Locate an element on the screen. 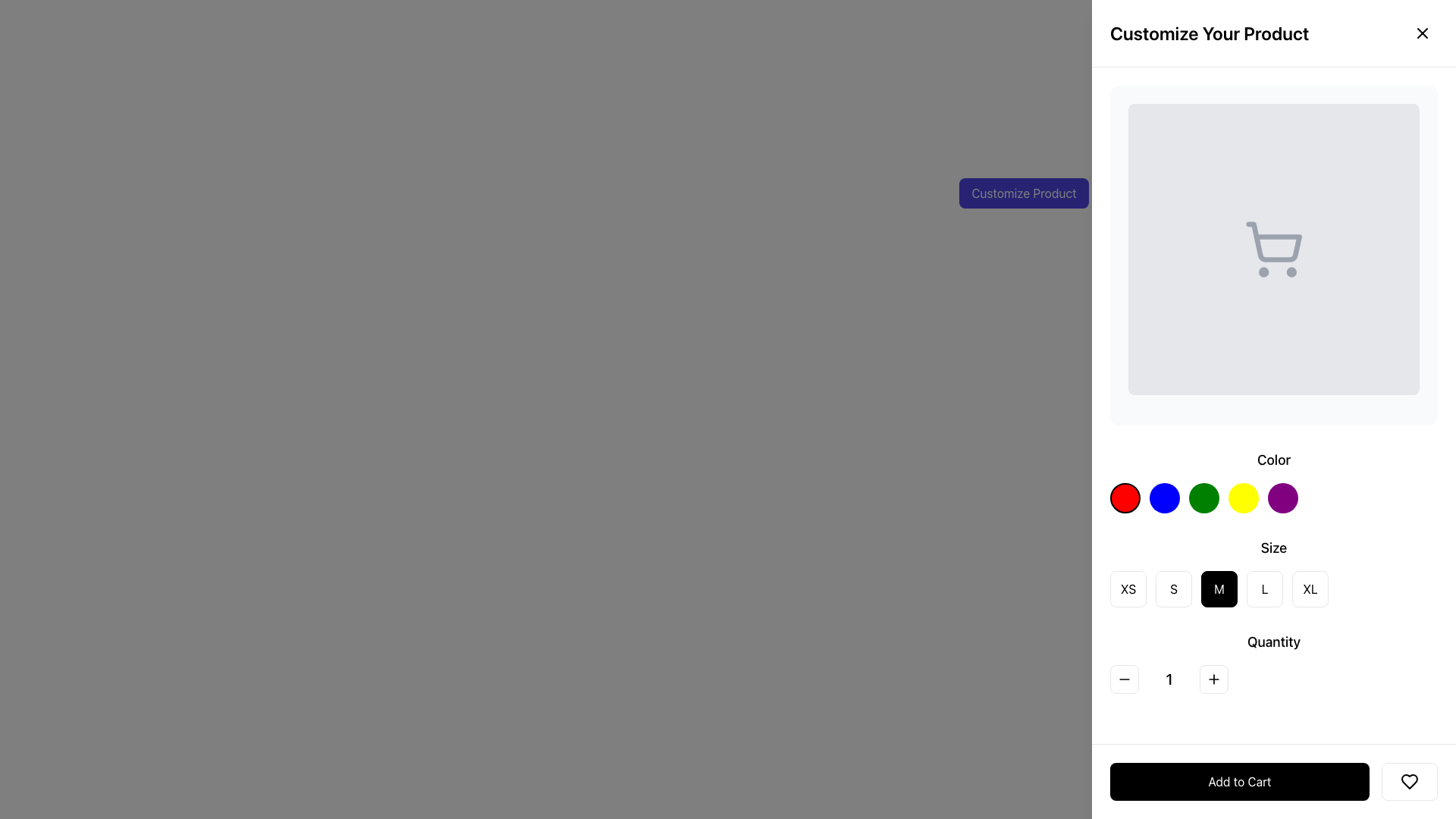 The image size is (1456, 819). the square button with a horizontal line icon, located below the 'Quantity' label and to the left of the quantity number, for keyboard interaction is located at coordinates (1125, 678).